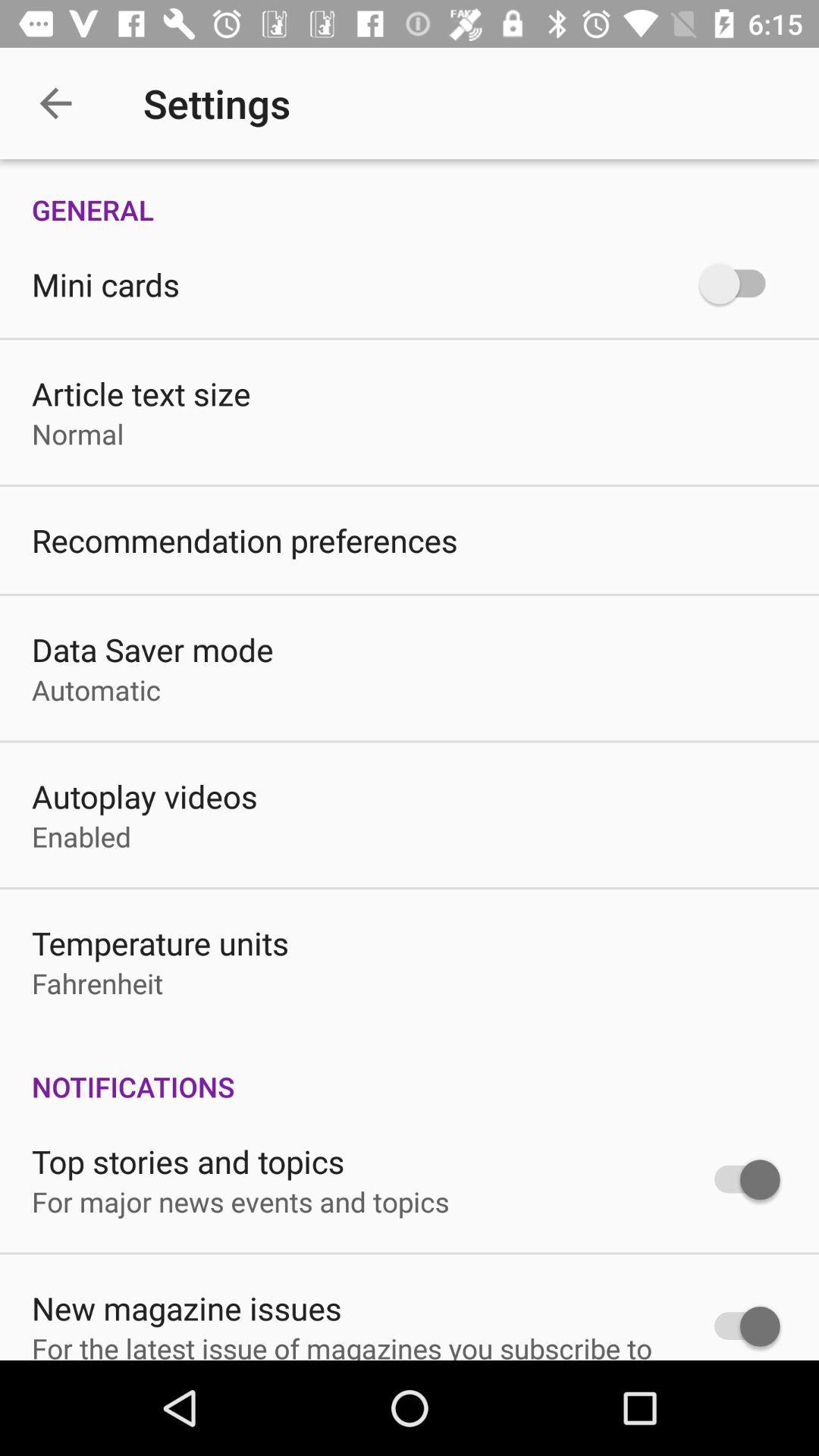  I want to click on the icon above the for the latest, so click(186, 1307).